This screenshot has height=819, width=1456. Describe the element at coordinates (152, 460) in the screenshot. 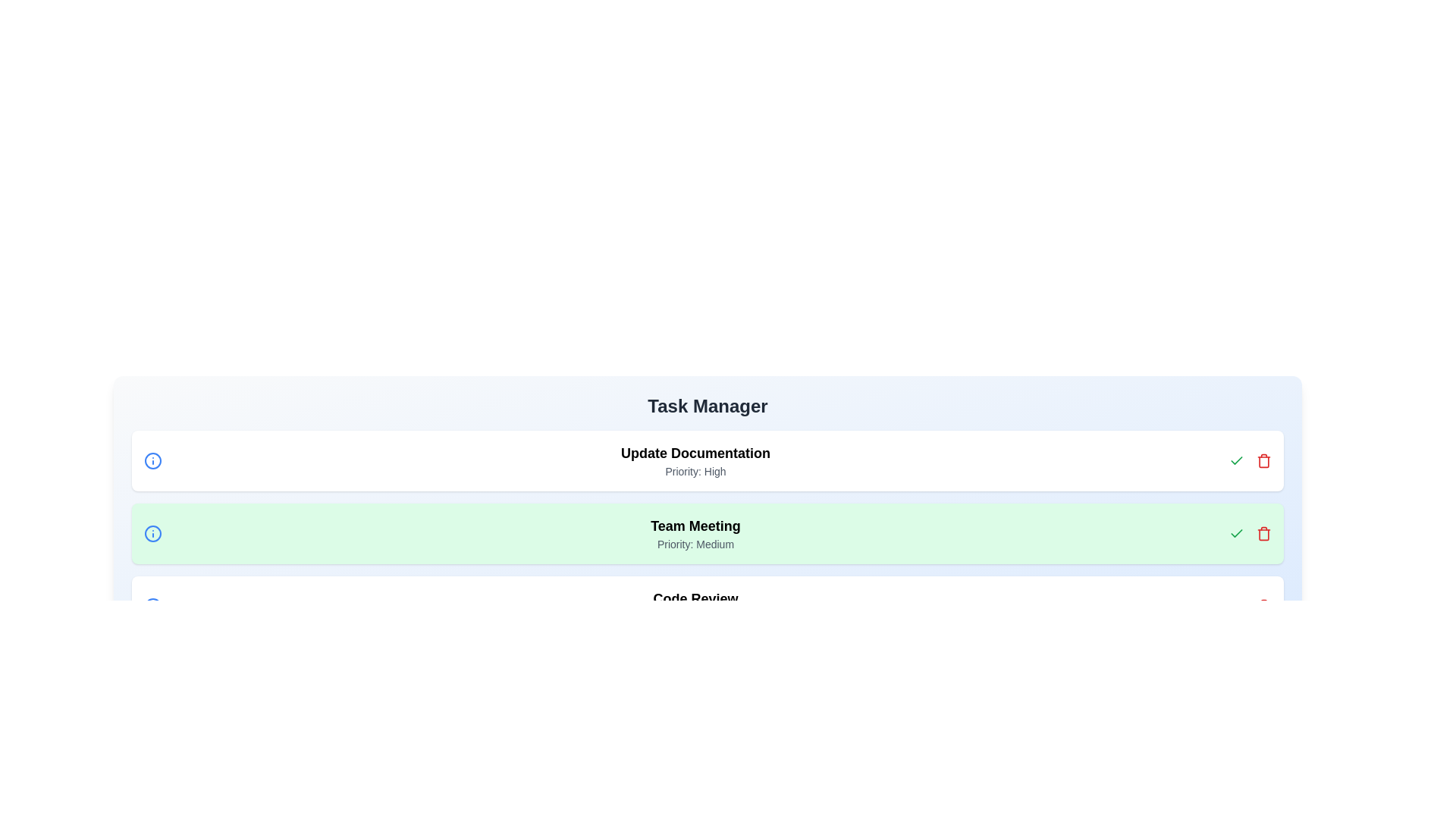

I see `the information icon of the task with priority High` at that location.